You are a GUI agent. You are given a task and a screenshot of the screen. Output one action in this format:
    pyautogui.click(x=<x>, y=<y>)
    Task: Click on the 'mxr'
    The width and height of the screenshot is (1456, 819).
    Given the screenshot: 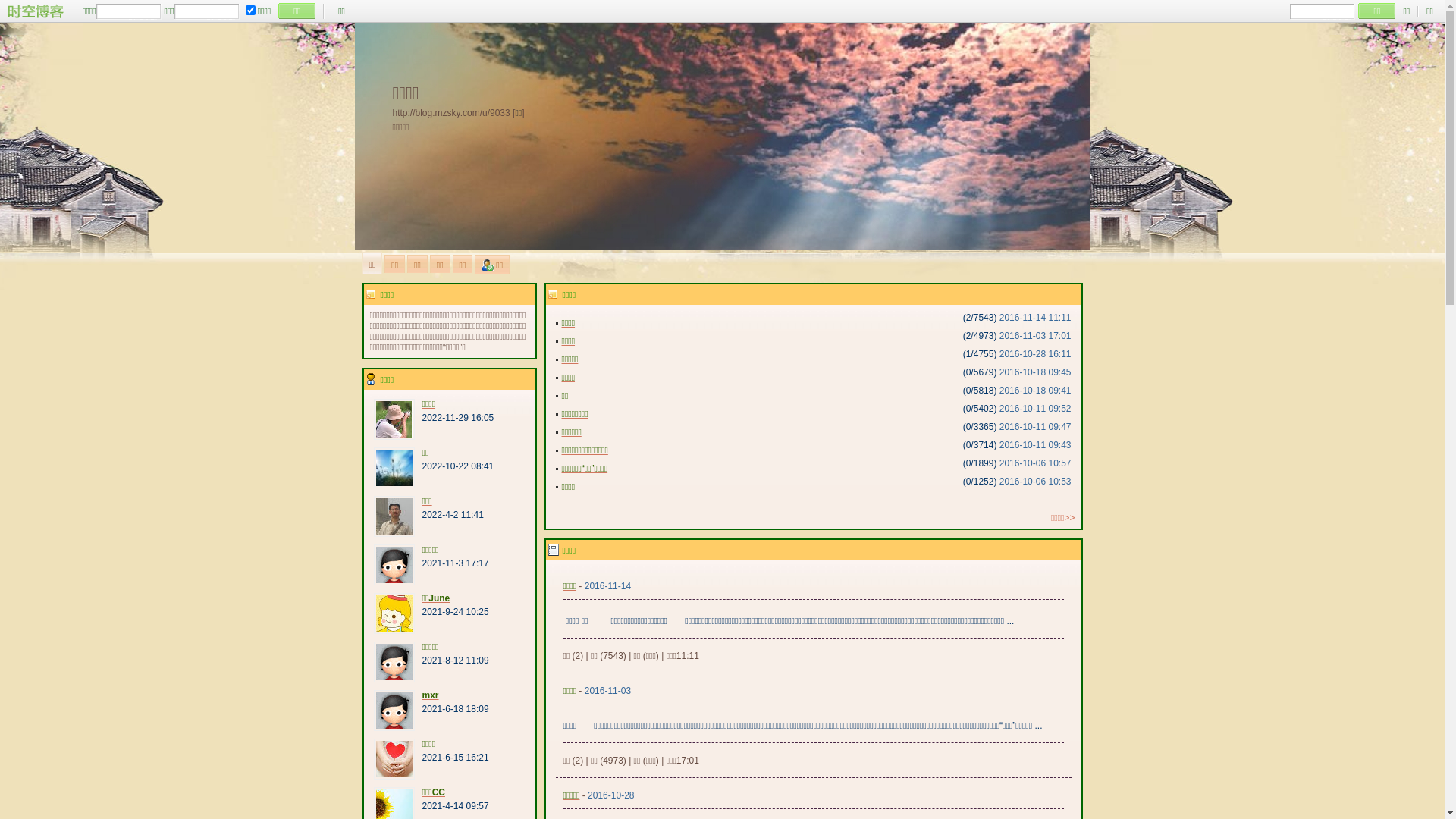 What is the action you would take?
    pyautogui.click(x=422, y=695)
    